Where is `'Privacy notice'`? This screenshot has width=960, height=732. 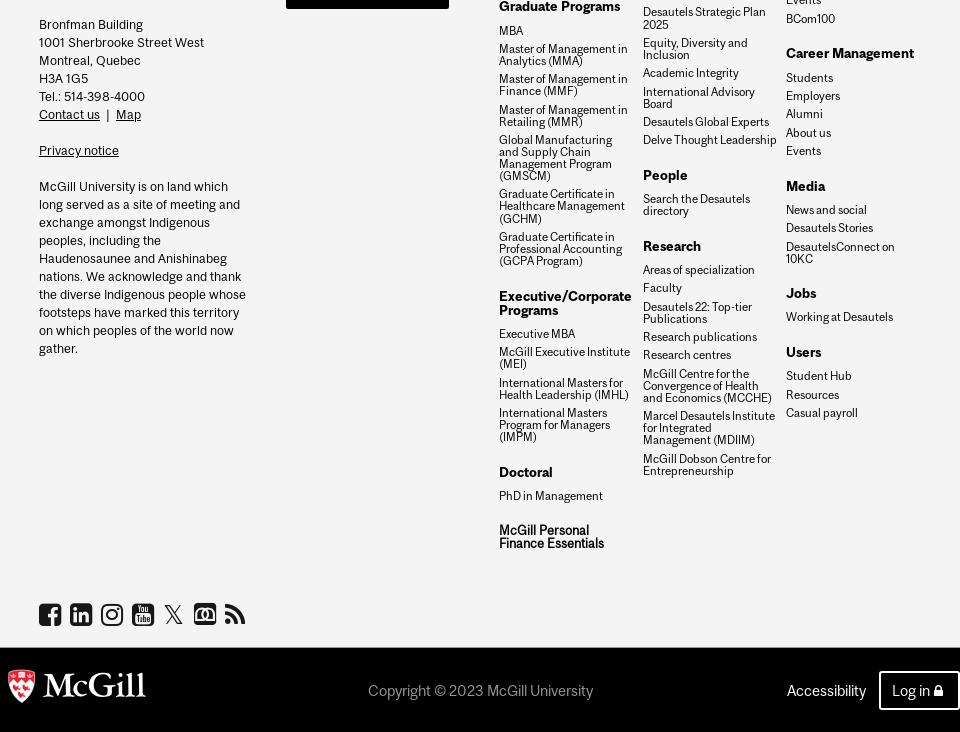
'Privacy notice' is located at coordinates (77, 150).